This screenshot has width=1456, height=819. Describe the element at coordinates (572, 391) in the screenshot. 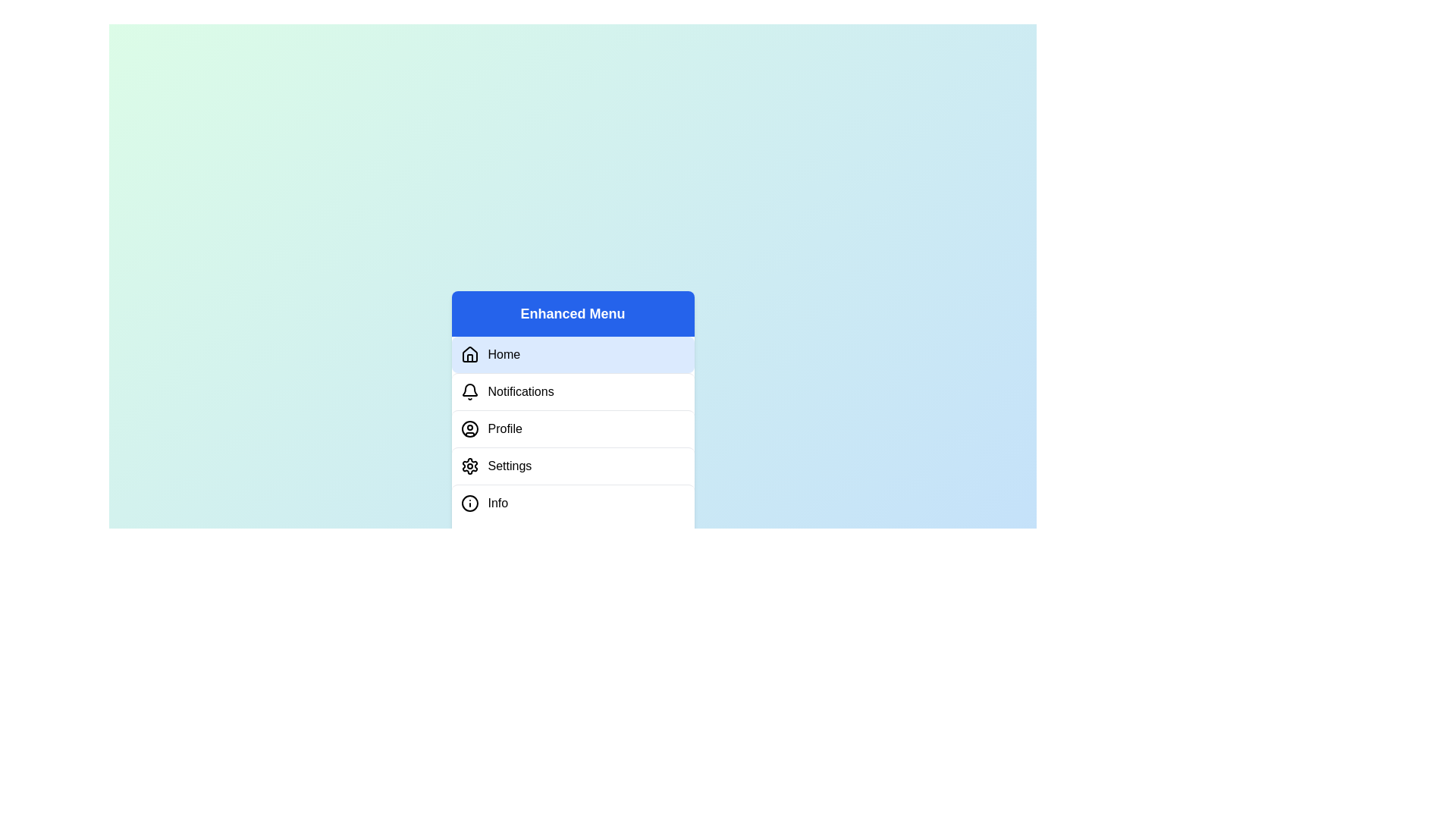

I see `the menu tab Notifications` at that location.